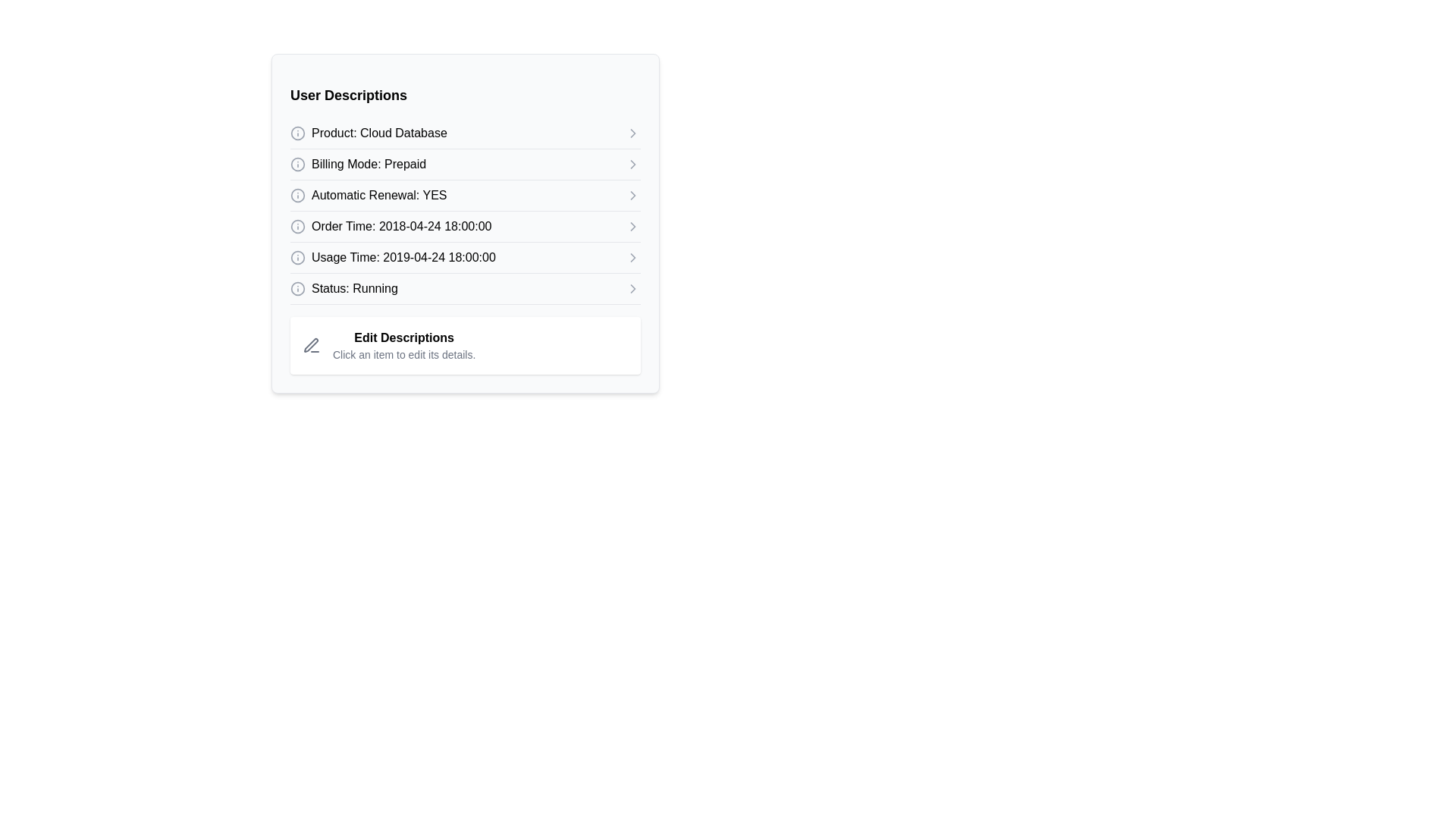  I want to click on the header text element that indicates the section for editing descriptions, which provides context for user interaction, so click(404, 337).